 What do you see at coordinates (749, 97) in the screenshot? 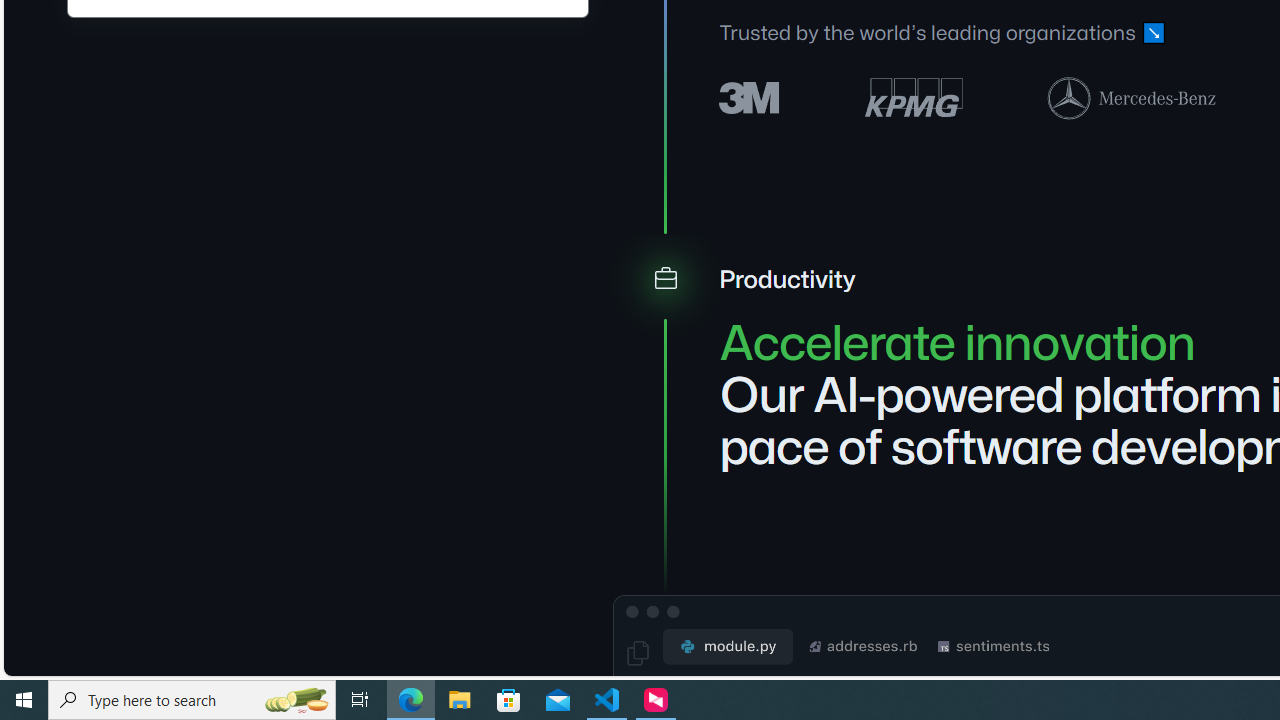
I see `'3M logo'` at bounding box center [749, 97].